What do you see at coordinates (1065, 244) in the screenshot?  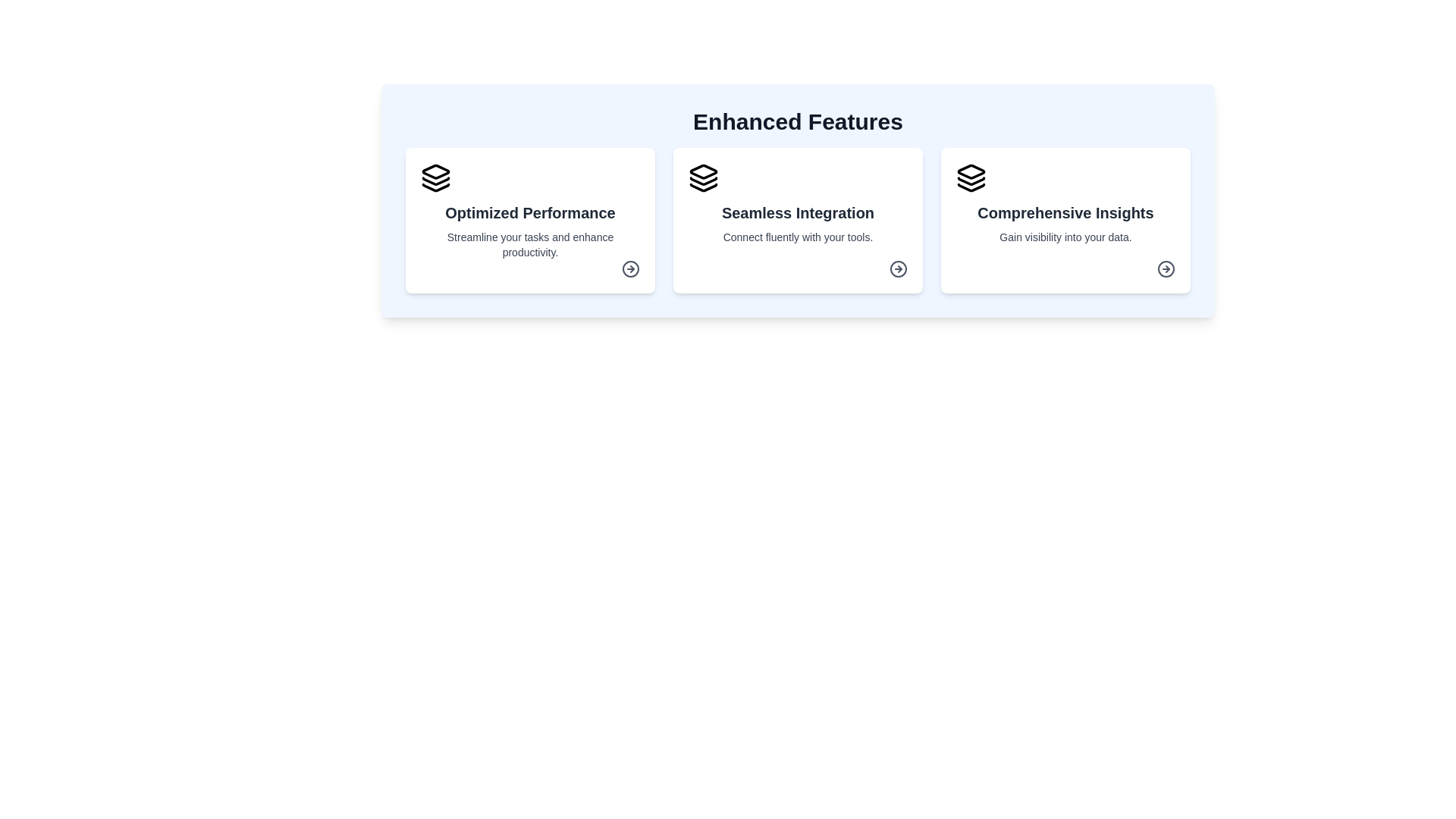 I see `the static text label that reads 'Gain visibility into your data.' which is located below the heading 'Comprehensive Insights' in the rightmost card labeled 'Enhanced Features'` at bounding box center [1065, 244].